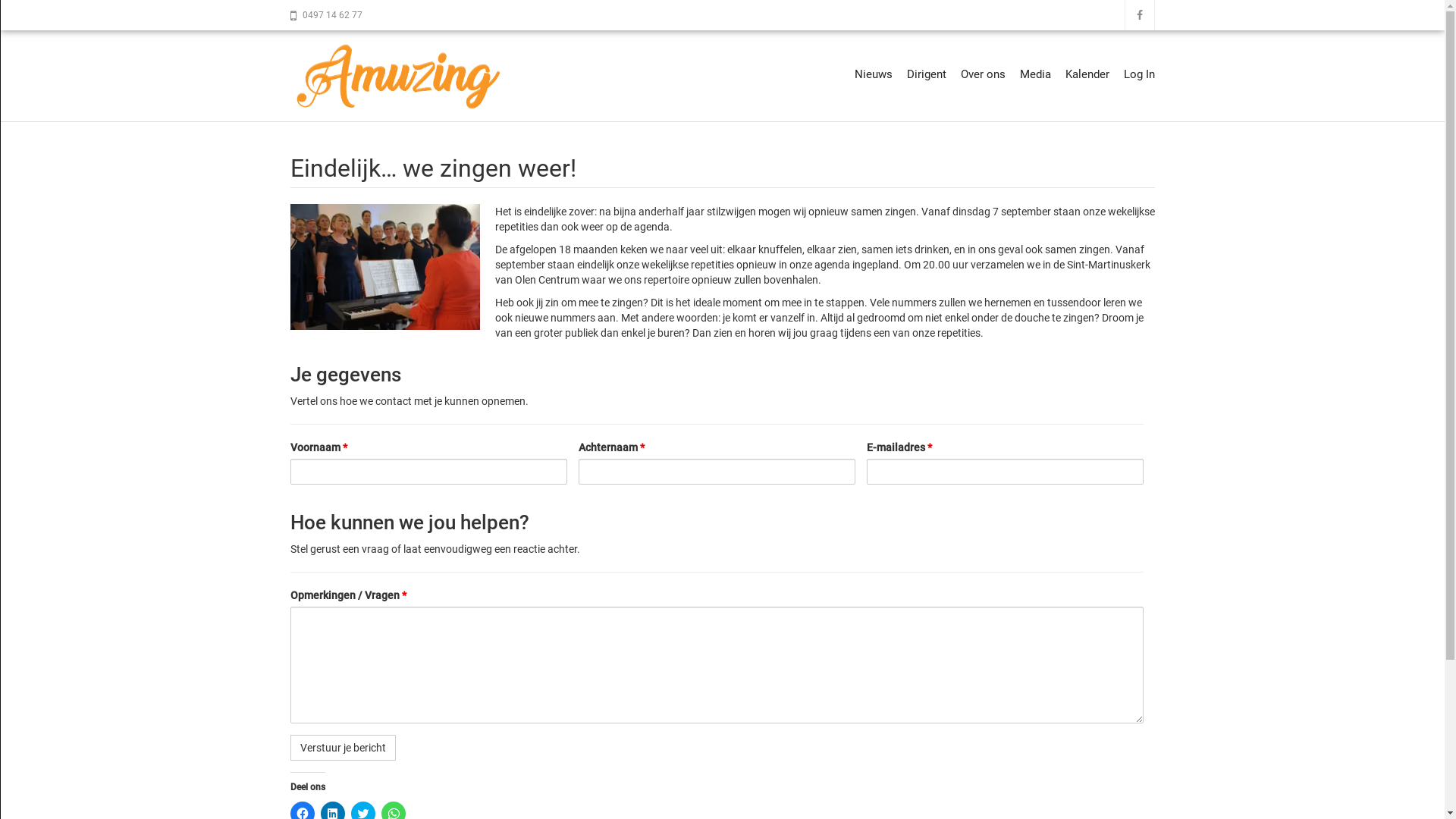  What do you see at coordinates (341, 747) in the screenshot?
I see `'Verstuur je bericht'` at bounding box center [341, 747].